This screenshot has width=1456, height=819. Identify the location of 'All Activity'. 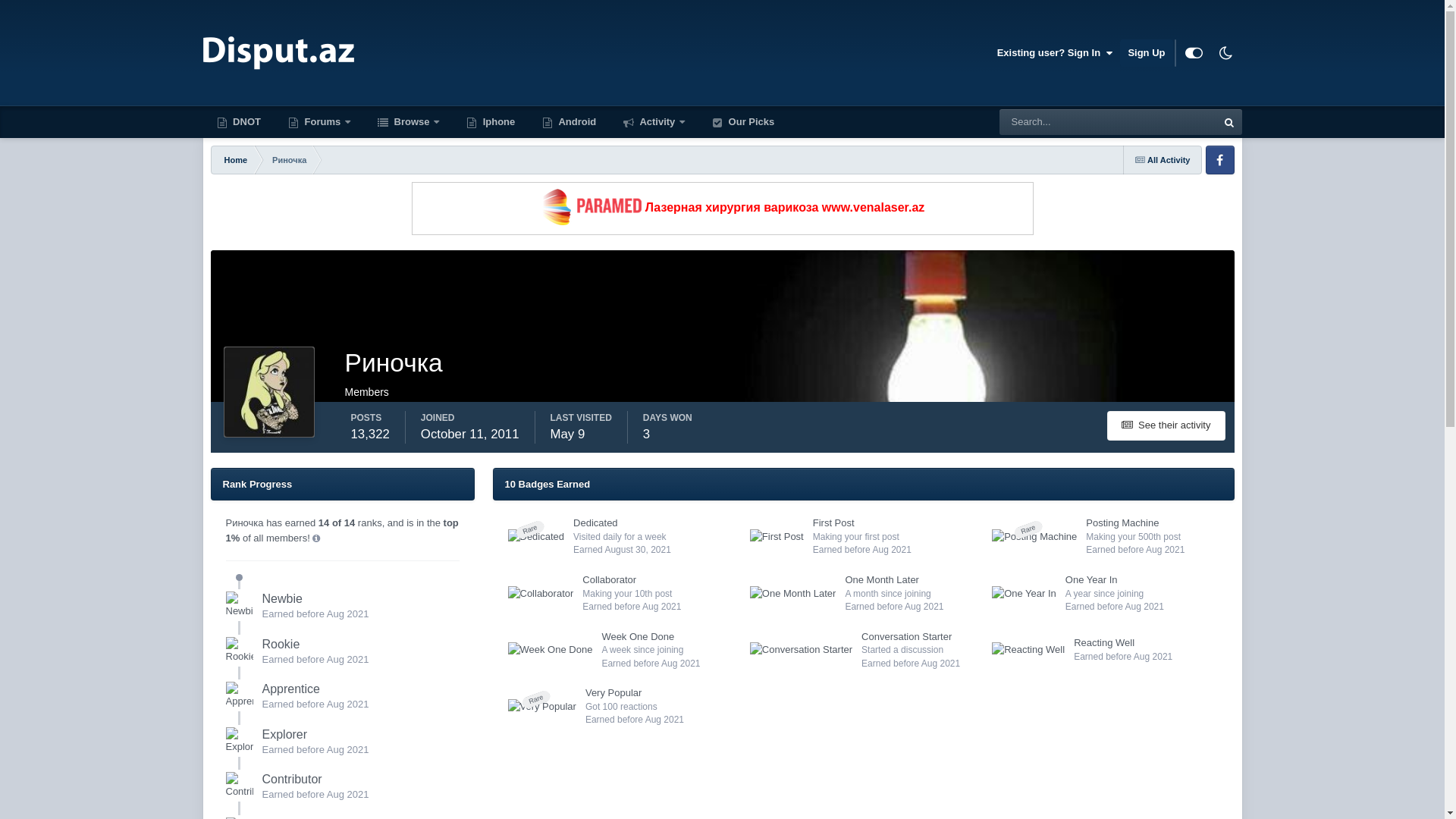
(1124, 160).